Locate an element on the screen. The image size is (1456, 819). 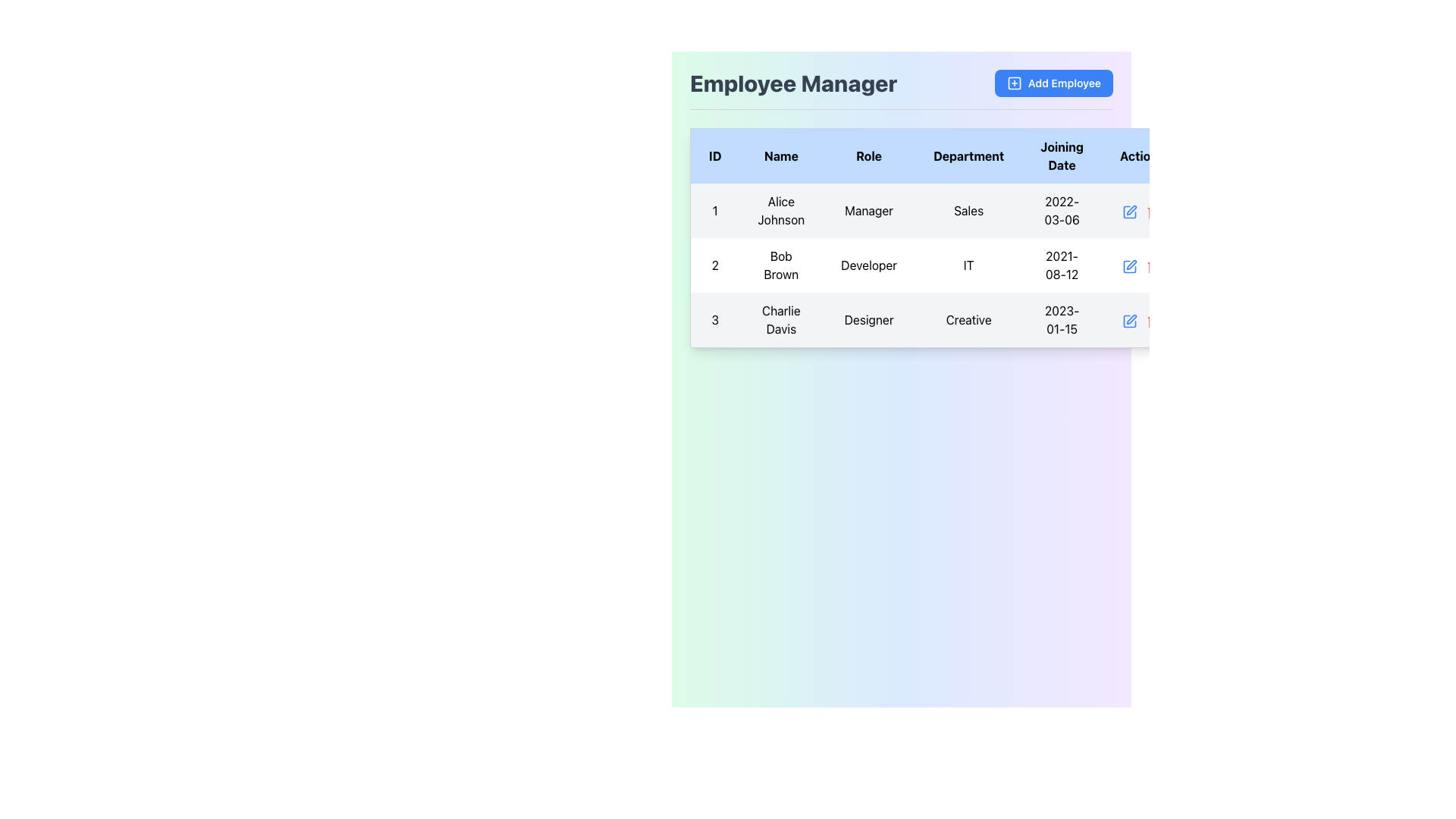
text from the 'Role' column header, which is the third column in the table located between the 'Name' and 'Department' columns is located at coordinates (869, 155).